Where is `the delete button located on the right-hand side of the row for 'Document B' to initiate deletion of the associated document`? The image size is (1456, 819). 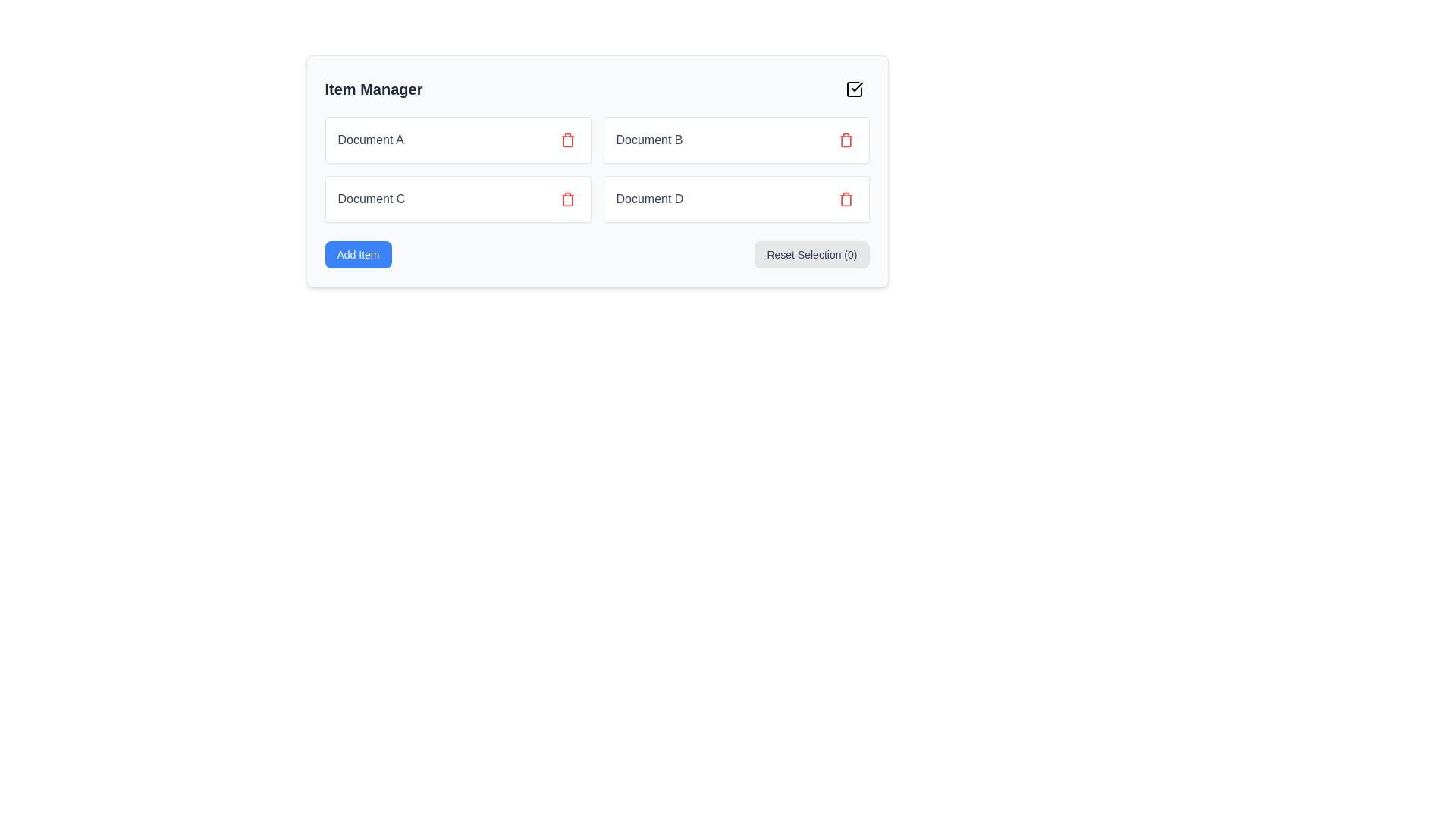 the delete button located on the right-hand side of the row for 'Document B' to initiate deletion of the associated document is located at coordinates (845, 140).